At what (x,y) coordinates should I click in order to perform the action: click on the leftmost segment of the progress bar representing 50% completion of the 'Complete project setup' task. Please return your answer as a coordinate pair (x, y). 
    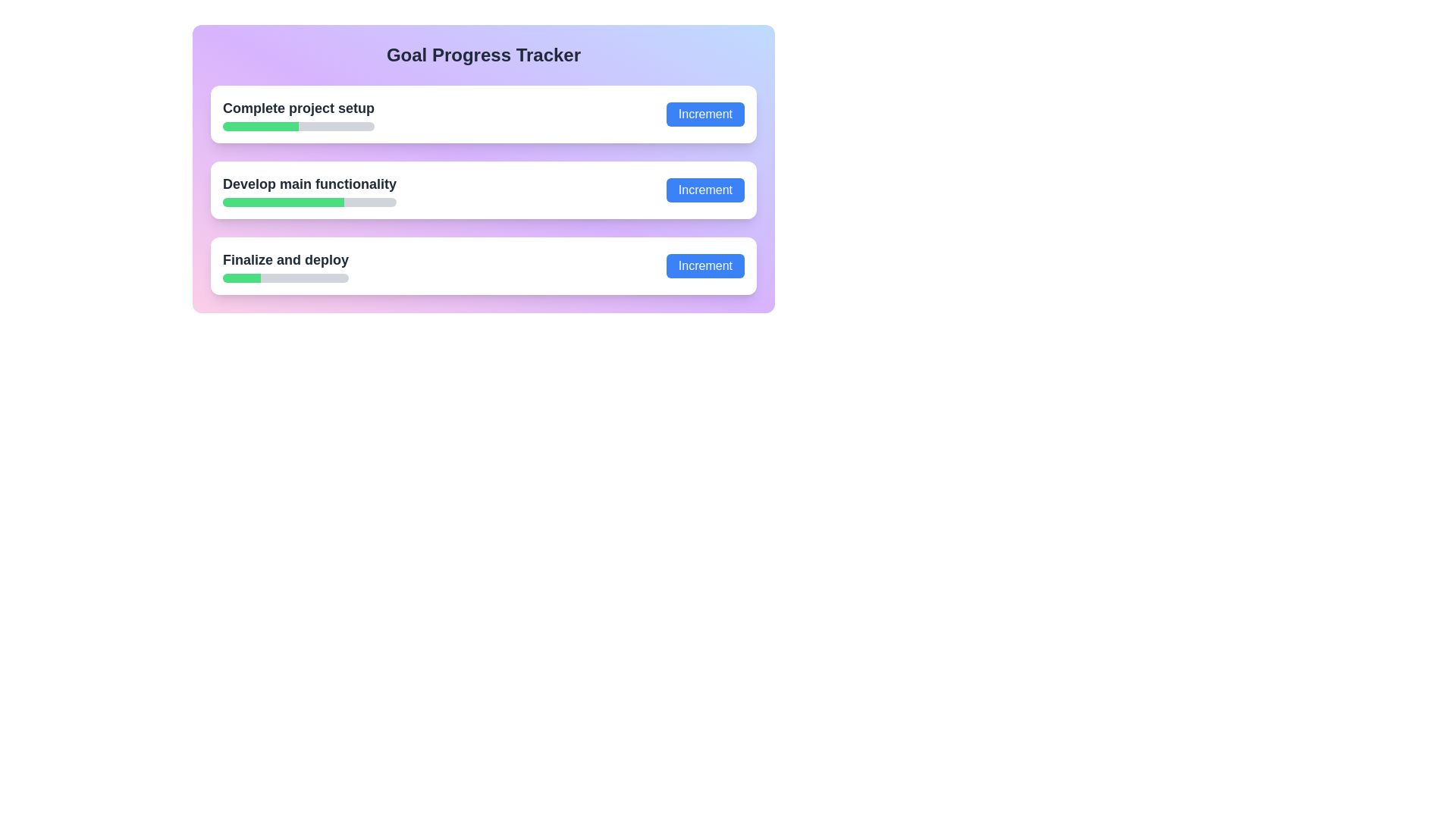
    Looking at the image, I should click on (261, 125).